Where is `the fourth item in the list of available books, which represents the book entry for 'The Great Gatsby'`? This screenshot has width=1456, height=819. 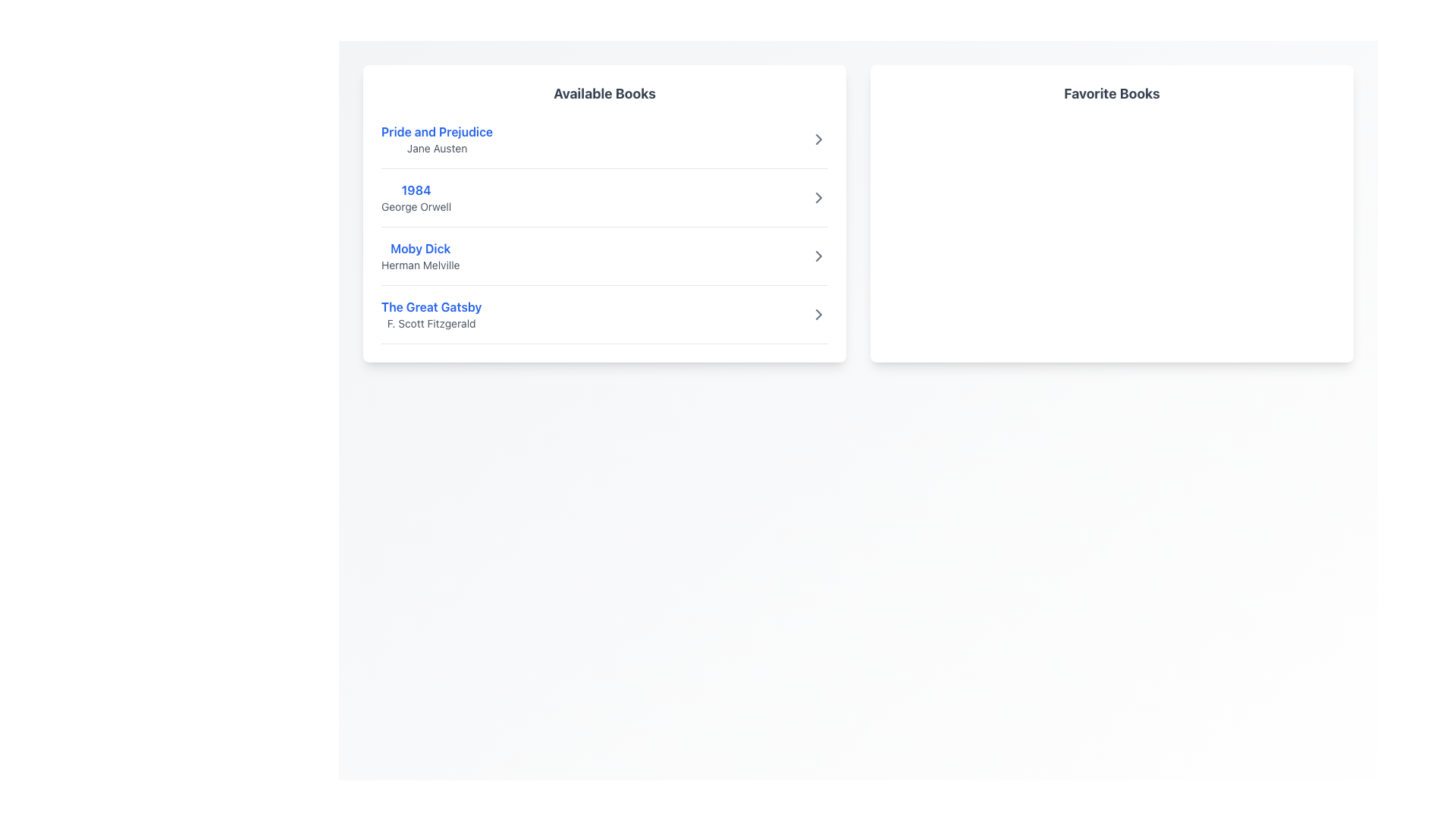
the fourth item in the list of available books, which represents the book entry for 'The Great Gatsby' is located at coordinates (604, 320).